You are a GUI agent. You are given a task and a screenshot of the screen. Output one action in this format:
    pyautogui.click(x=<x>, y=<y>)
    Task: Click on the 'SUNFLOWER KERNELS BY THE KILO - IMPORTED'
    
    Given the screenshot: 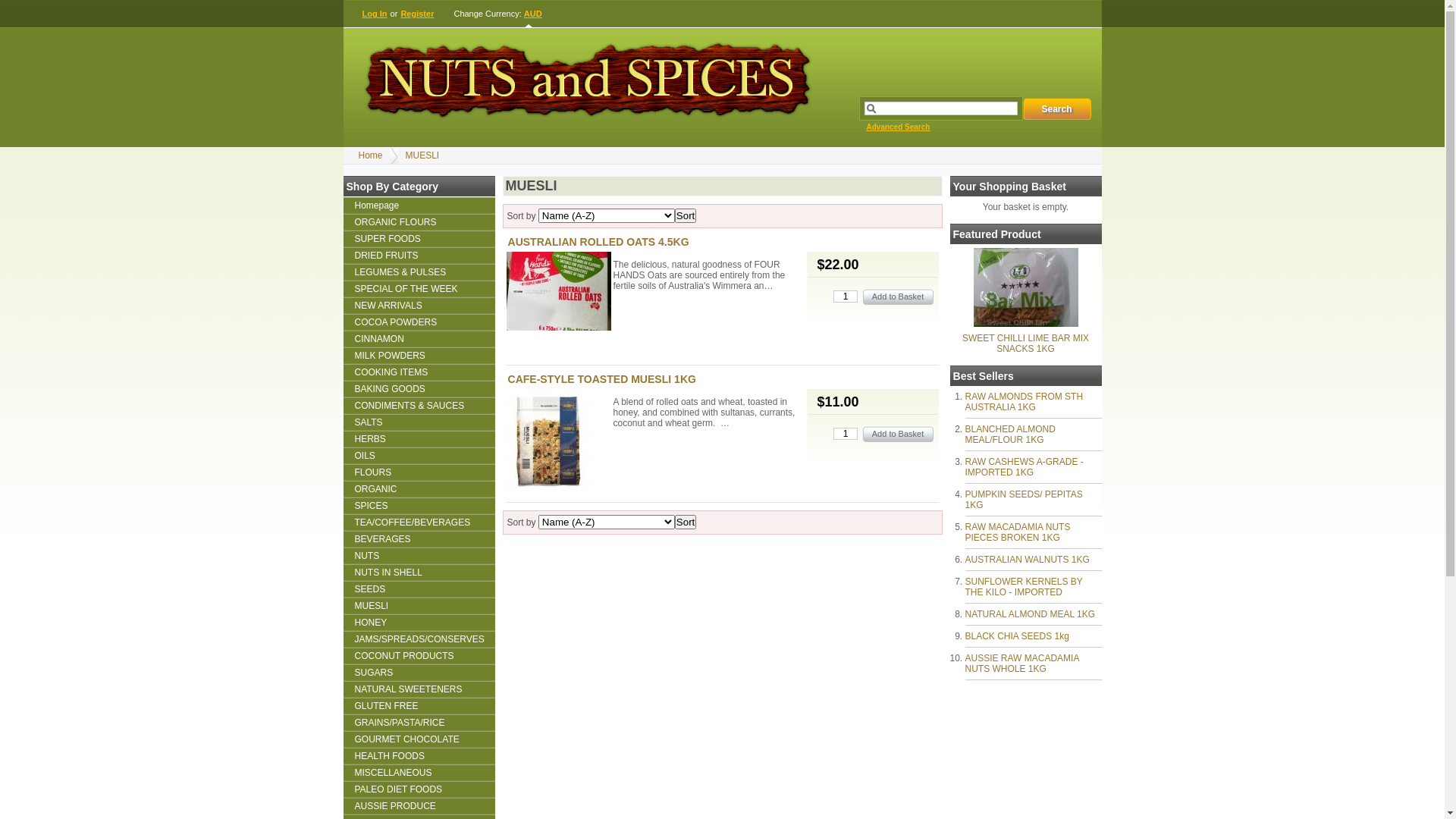 What is the action you would take?
    pyautogui.click(x=1023, y=586)
    